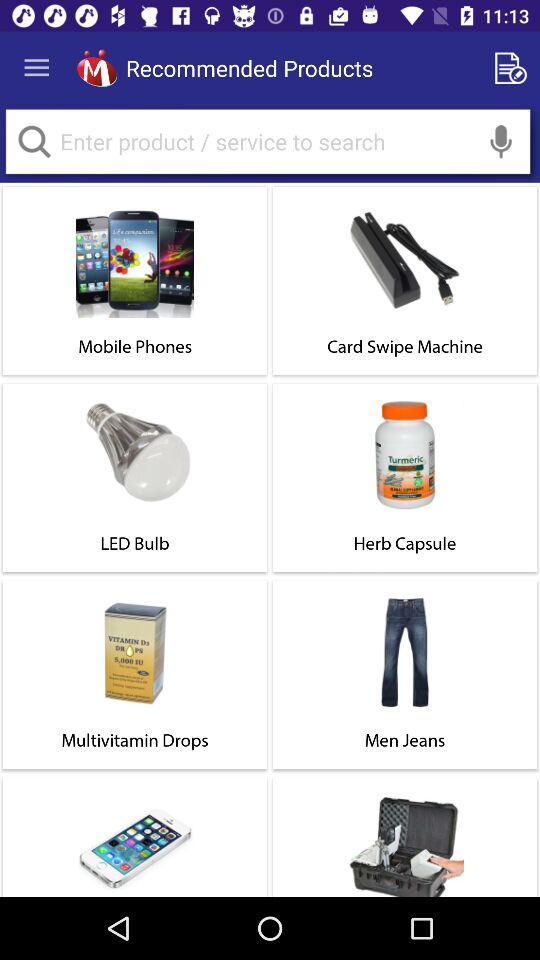  Describe the element at coordinates (500, 140) in the screenshot. I see `voice search` at that location.